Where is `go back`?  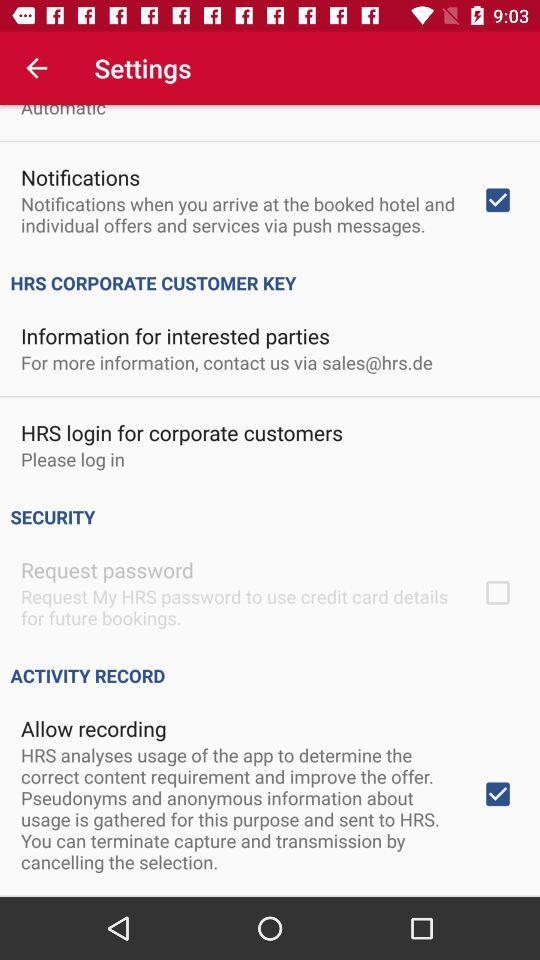
go back is located at coordinates (36, 68).